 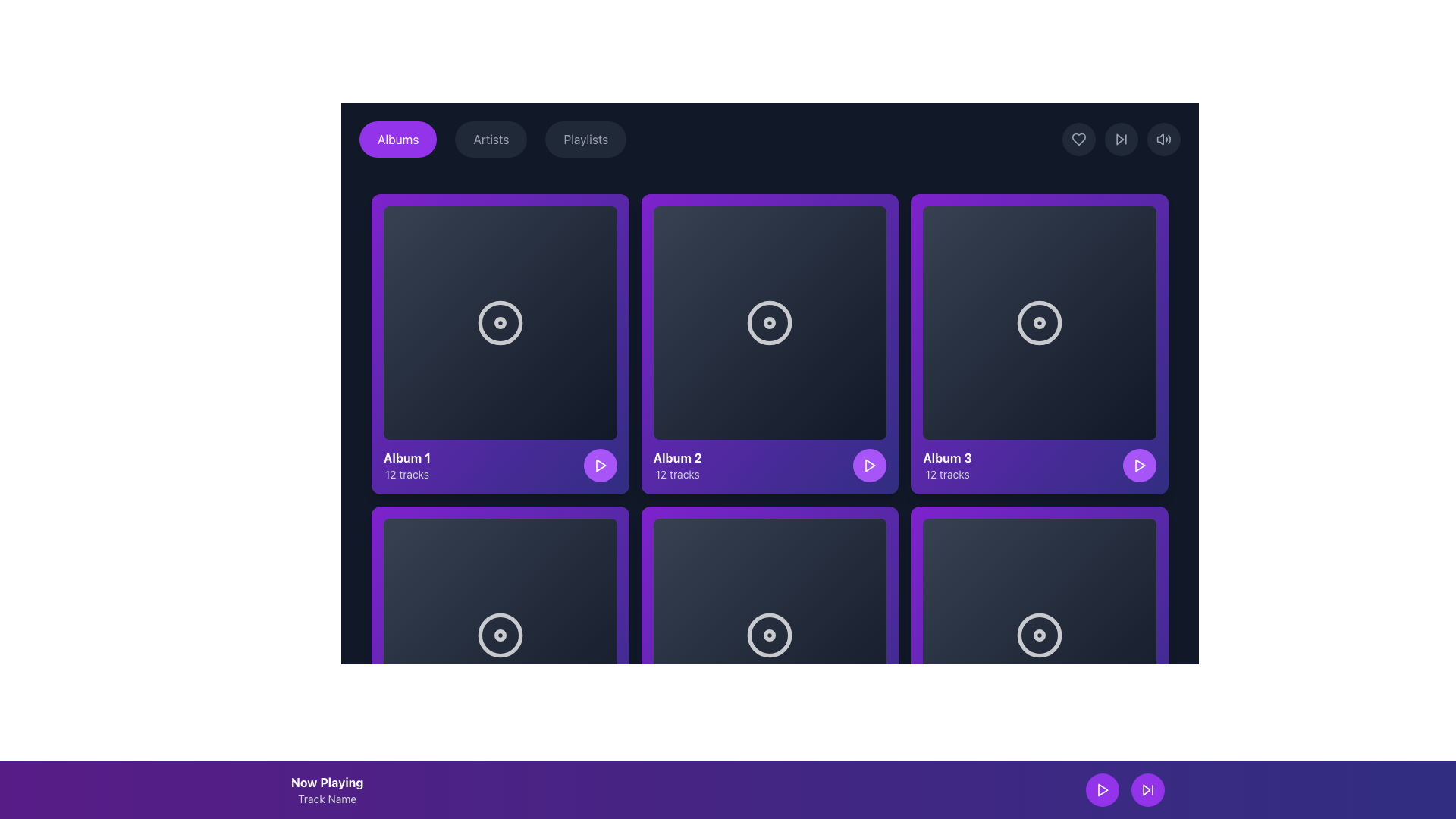 I want to click on the static text label indicating 'Now Playing' located at the bottom center of the interface, so click(x=326, y=783).